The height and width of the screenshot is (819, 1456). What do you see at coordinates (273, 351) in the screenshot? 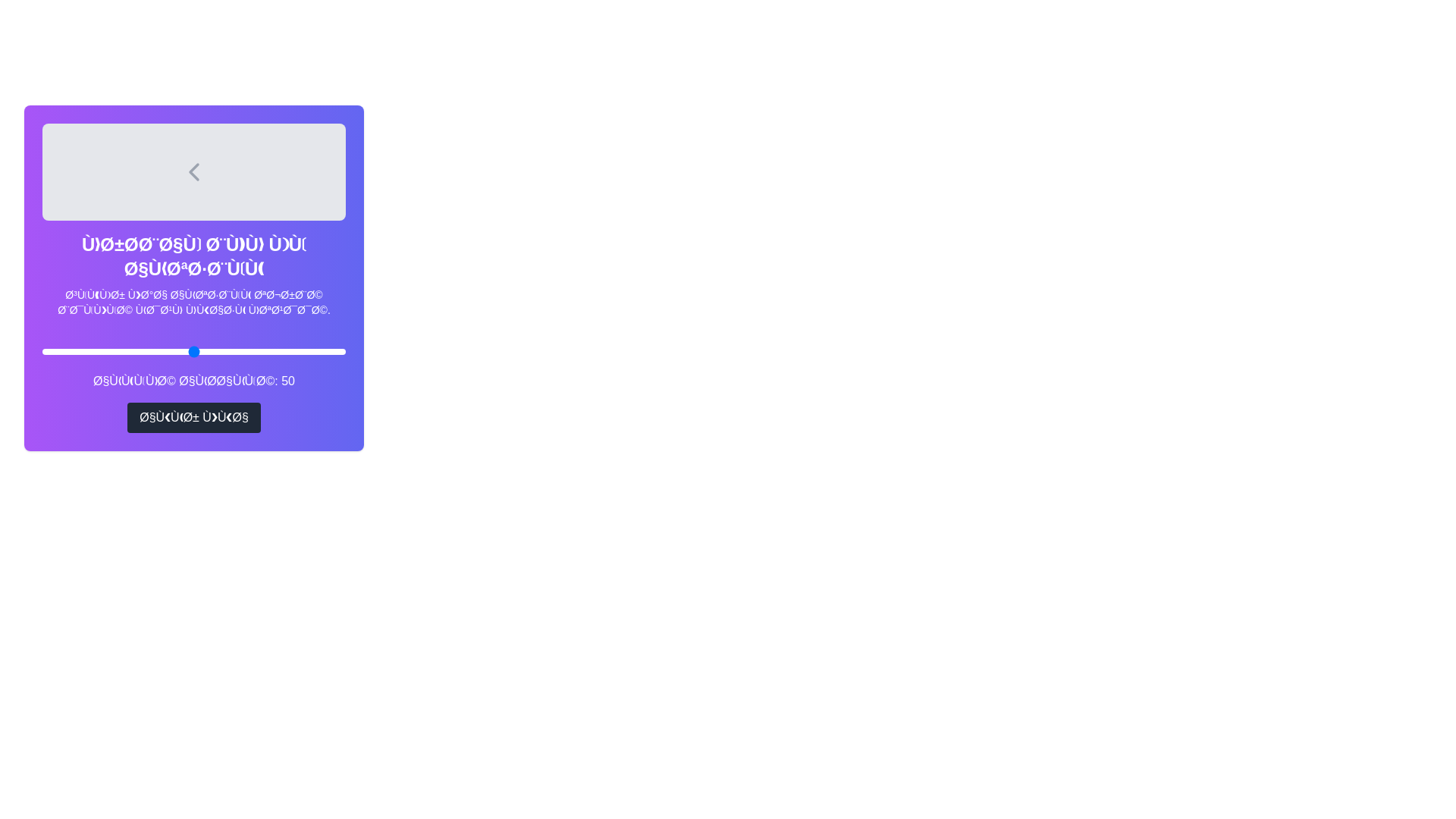
I see `the slider value` at bounding box center [273, 351].